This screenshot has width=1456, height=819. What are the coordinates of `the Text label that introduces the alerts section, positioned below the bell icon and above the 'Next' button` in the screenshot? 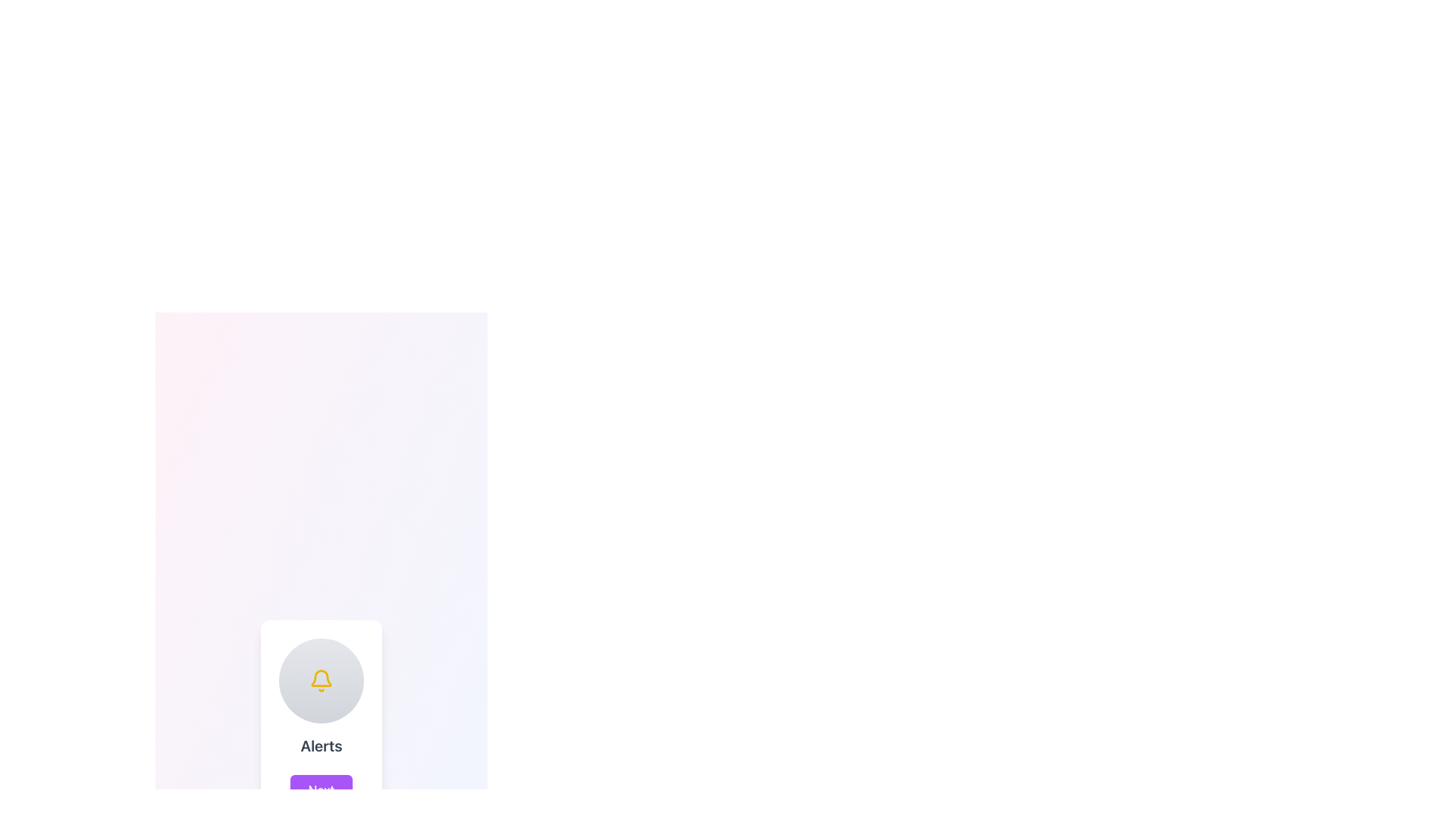 It's located at (320, 745).